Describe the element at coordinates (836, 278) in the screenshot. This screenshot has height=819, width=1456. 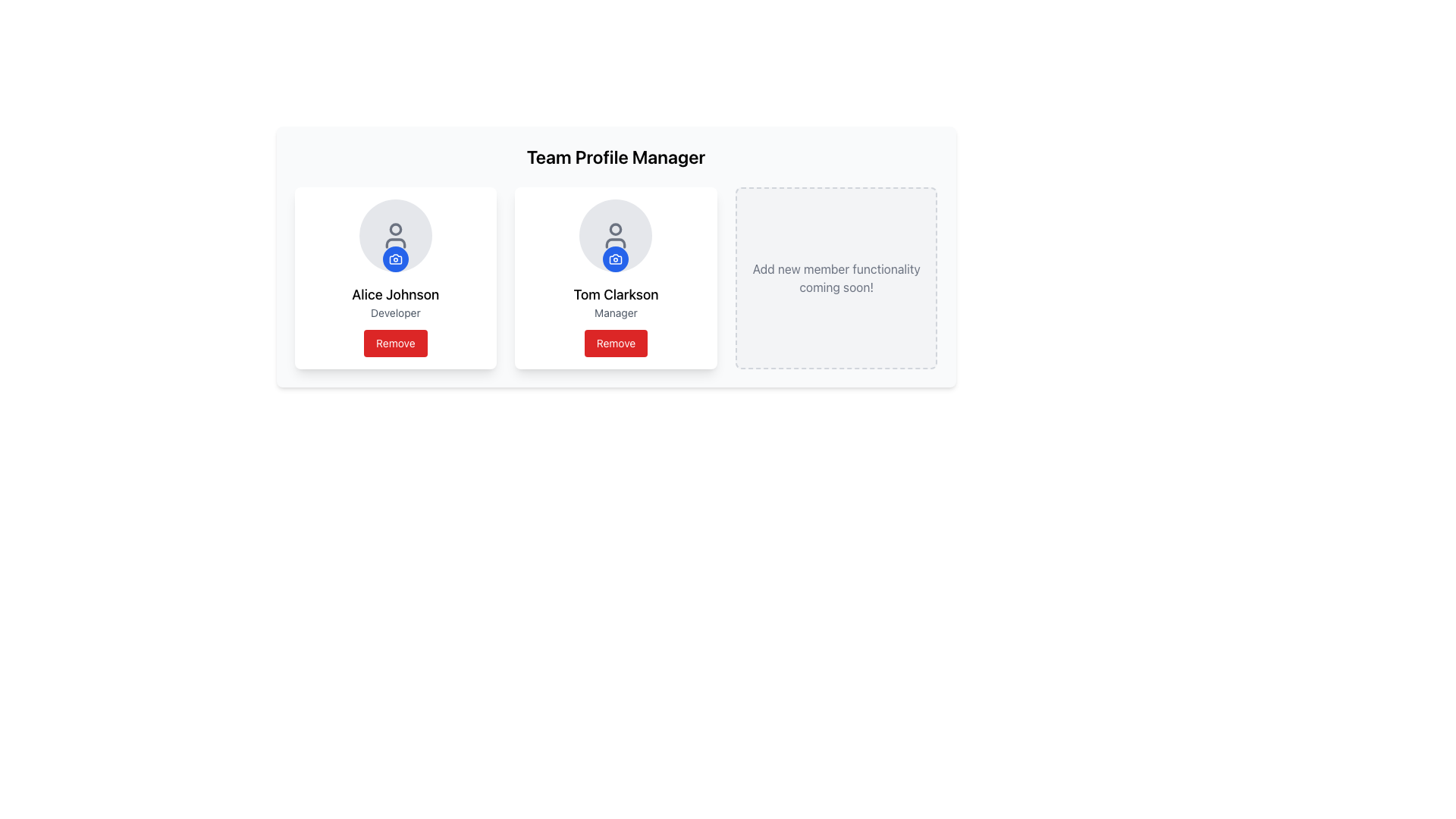
I see `the Informational Placeholder which has a dashed gray border and light gray background, displaying the text 'Add new member functionality coming soon!'` at that location.